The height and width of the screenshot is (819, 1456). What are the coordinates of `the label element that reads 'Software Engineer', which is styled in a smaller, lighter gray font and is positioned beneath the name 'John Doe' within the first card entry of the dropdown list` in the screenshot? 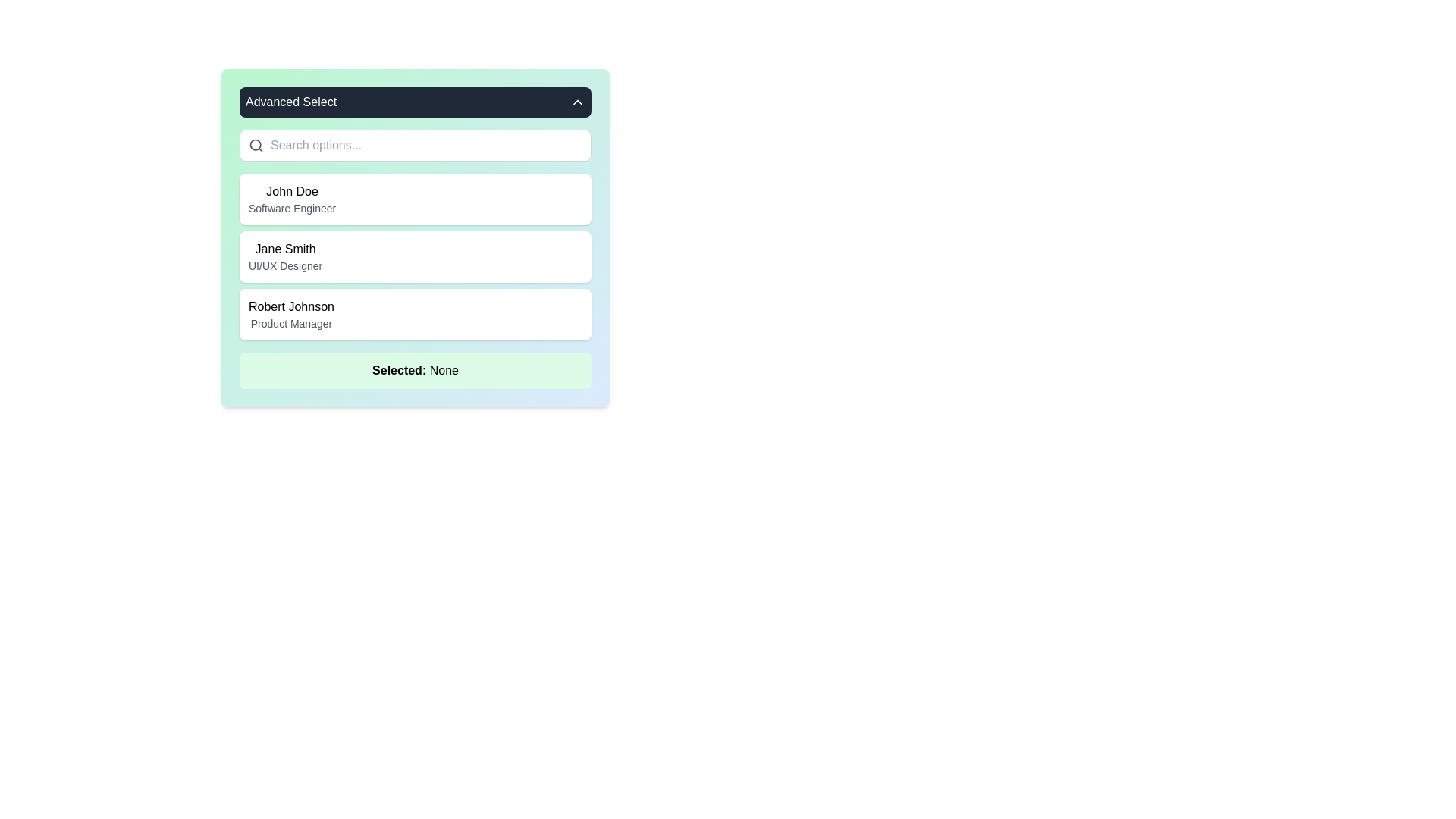 It's located at (292, 208).